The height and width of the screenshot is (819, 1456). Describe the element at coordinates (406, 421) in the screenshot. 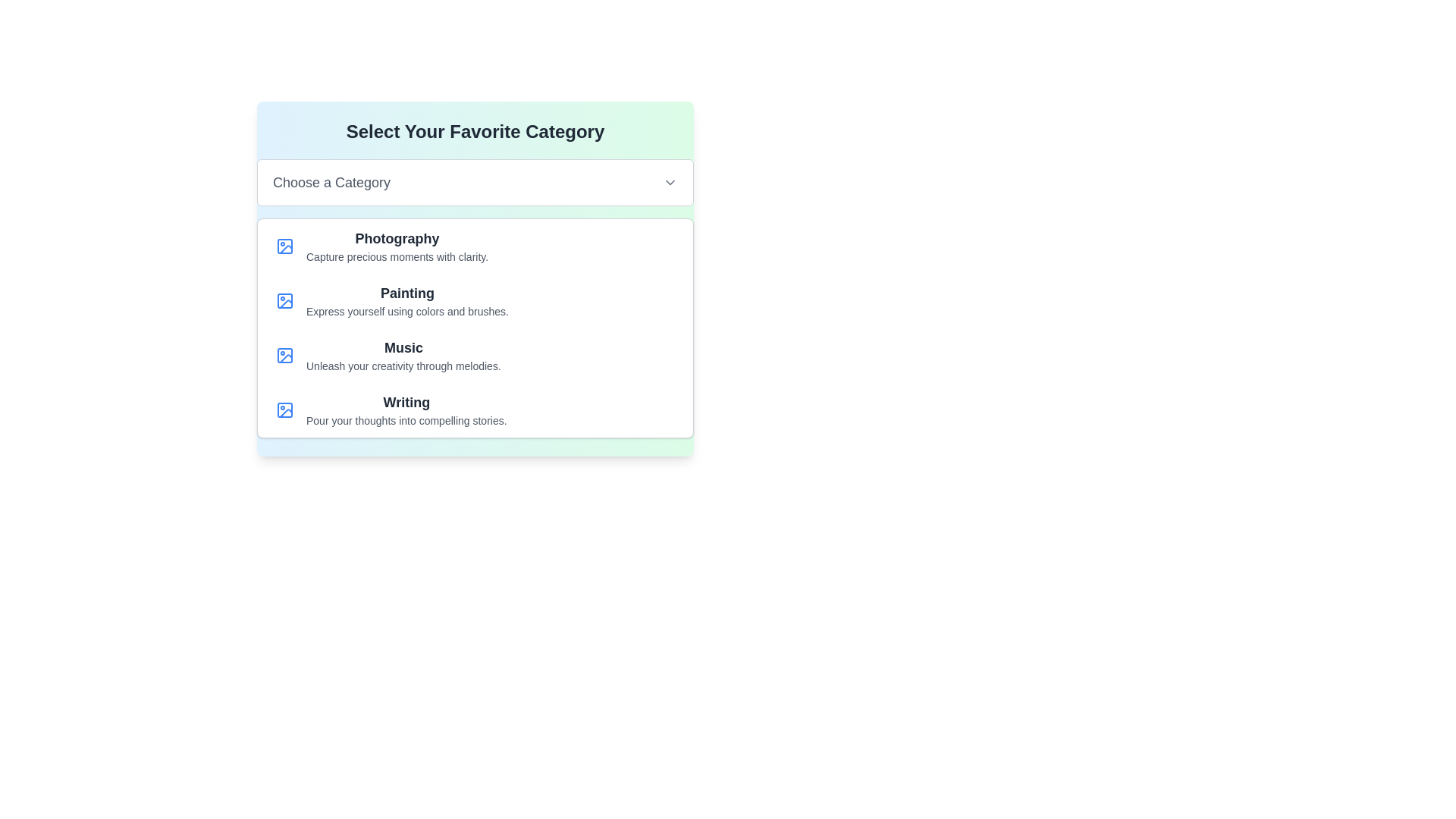

I see `the static text that says 'Pour your thoughts into compelling stories.', which is styled in a smaller gray font and positioned directly beneath the 'Writing' header` at that location.